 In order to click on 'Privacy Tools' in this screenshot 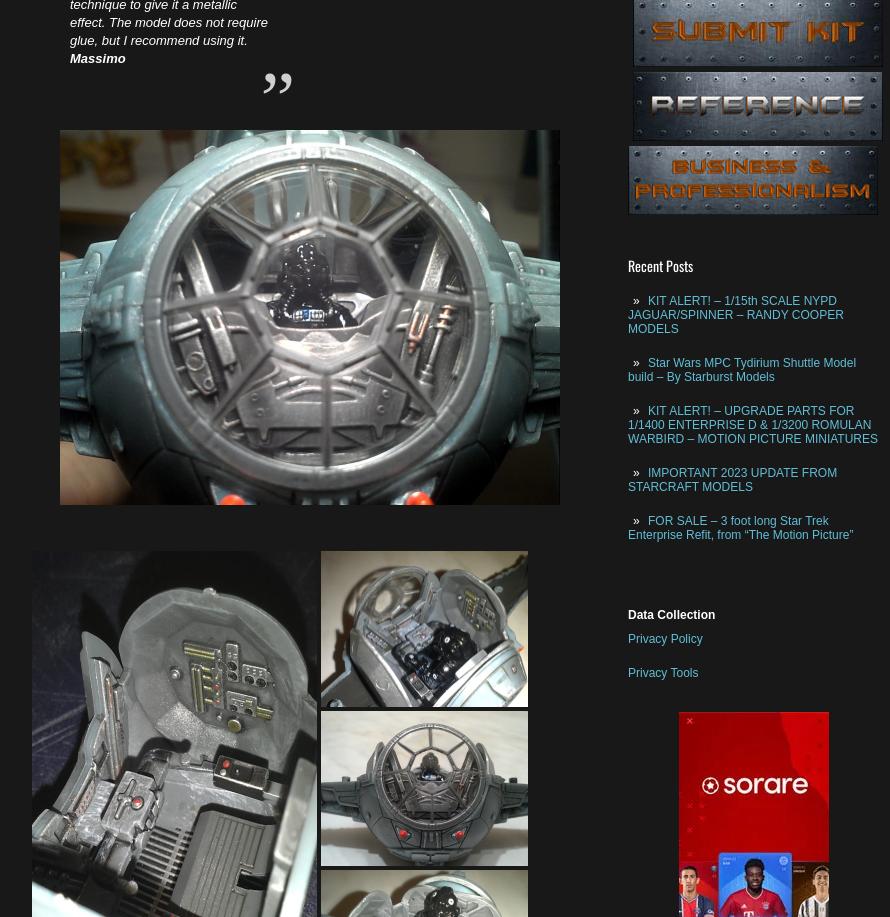, I will do `click(662, 671)`.